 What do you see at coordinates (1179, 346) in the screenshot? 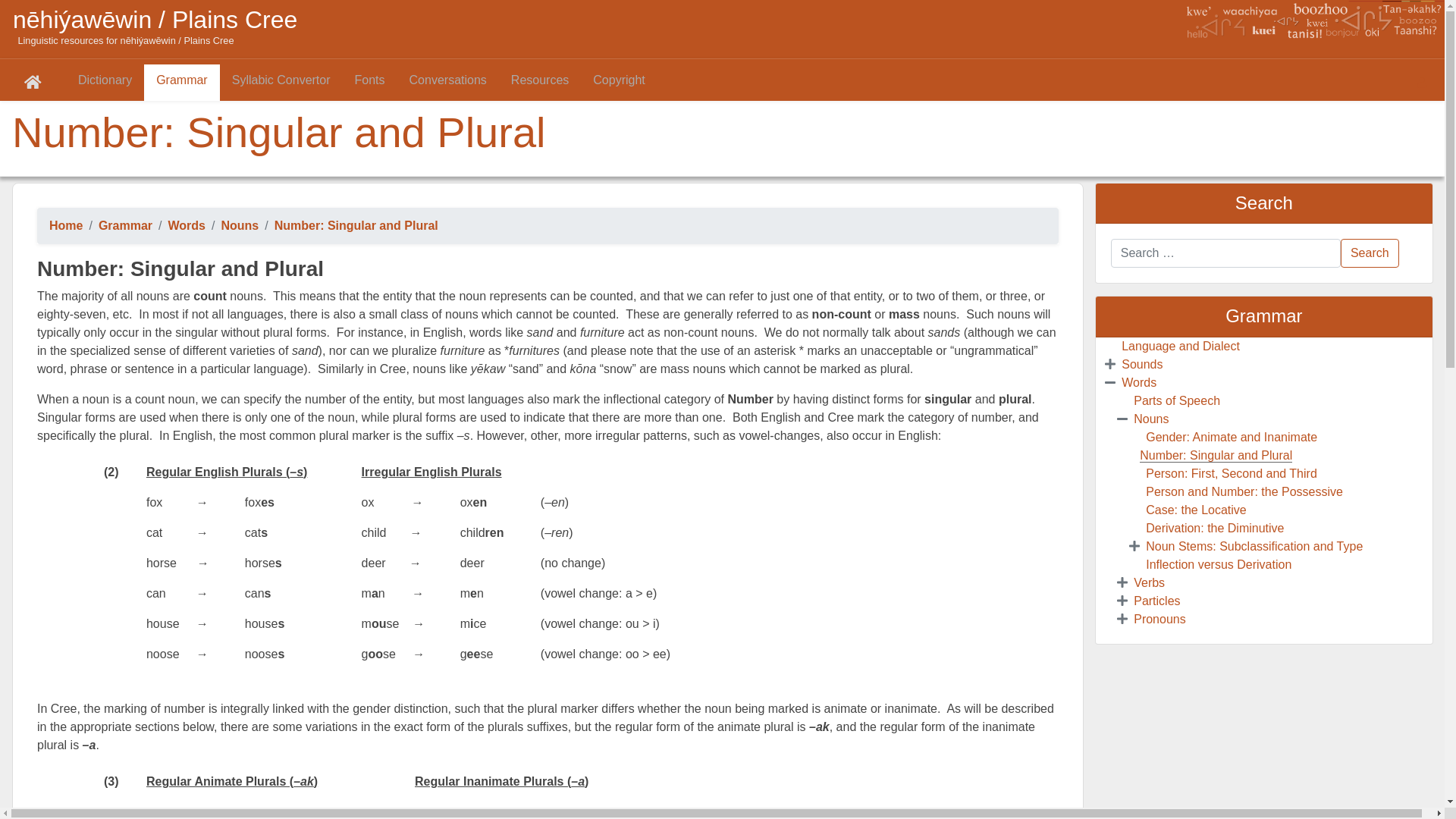
I see `'Language and Dialect'` at bounding box center [1179, 346].